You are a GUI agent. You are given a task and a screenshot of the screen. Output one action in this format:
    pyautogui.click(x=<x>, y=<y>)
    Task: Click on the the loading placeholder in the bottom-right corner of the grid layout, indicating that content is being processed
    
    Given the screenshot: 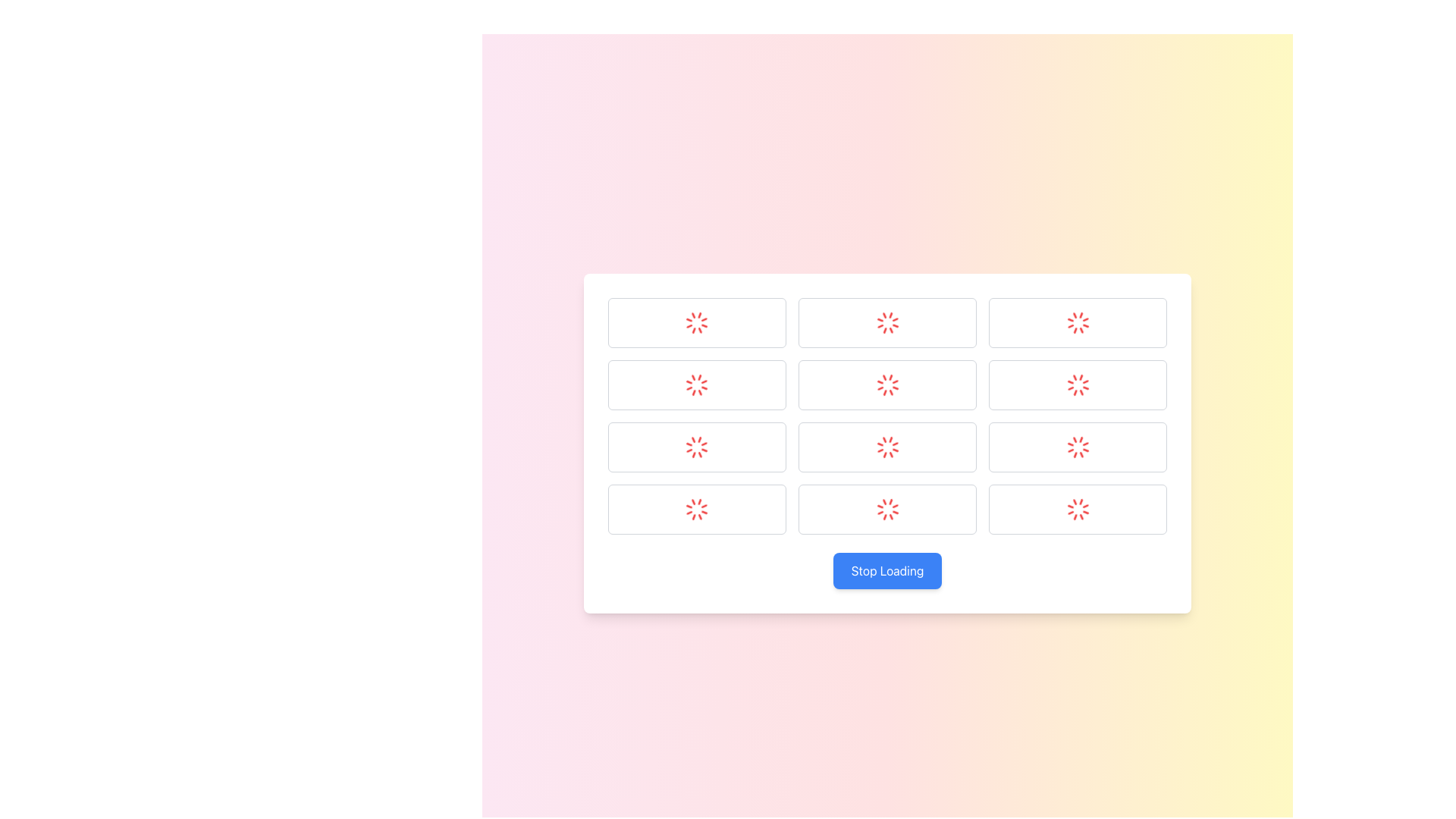 What is the action you would take?
    pyautogui.click(x=1077, y=509)
    